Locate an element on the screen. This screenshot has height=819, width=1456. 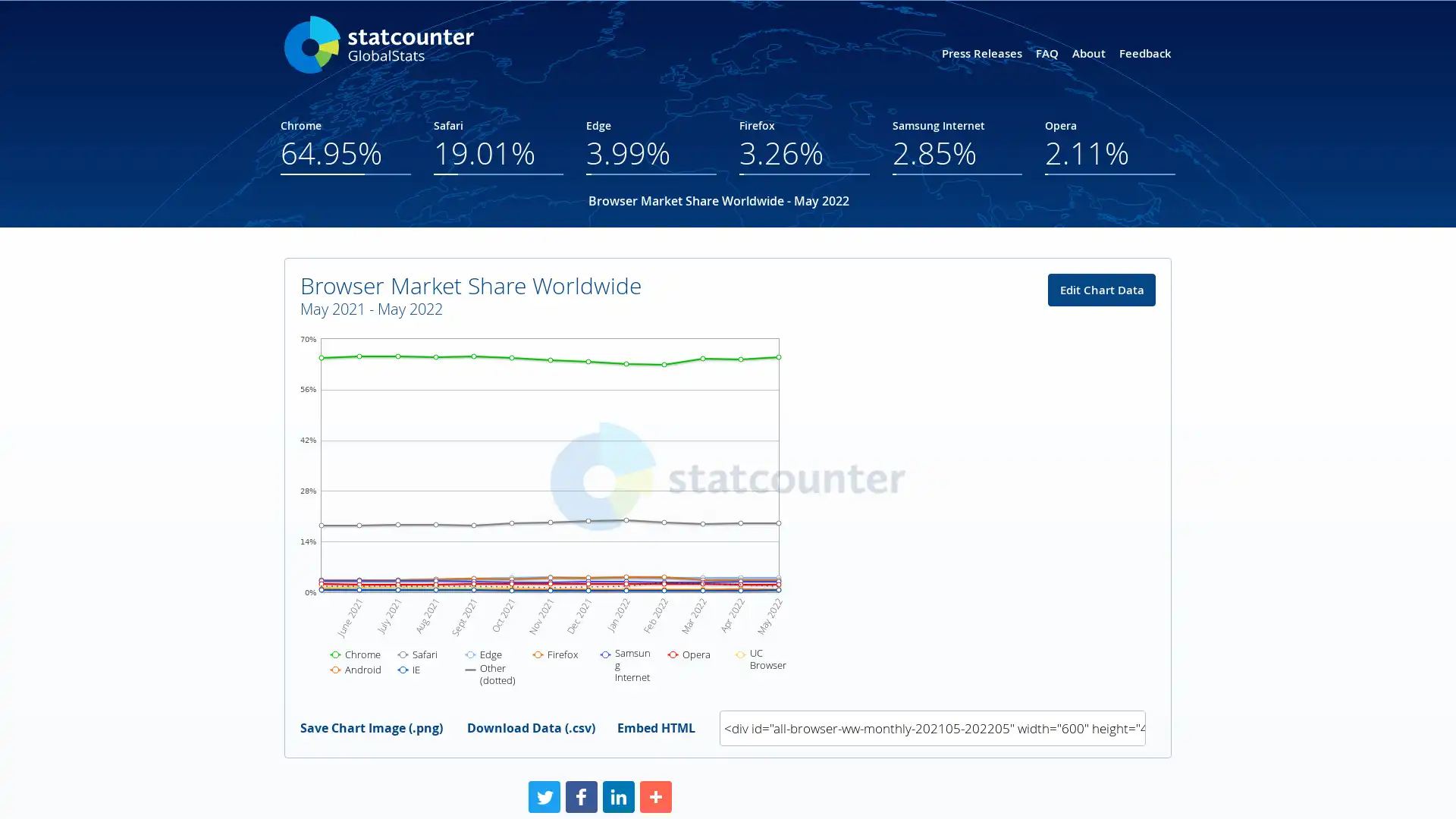
Share to LinkedIn LinkedIn is located at coordinates (737, 795).